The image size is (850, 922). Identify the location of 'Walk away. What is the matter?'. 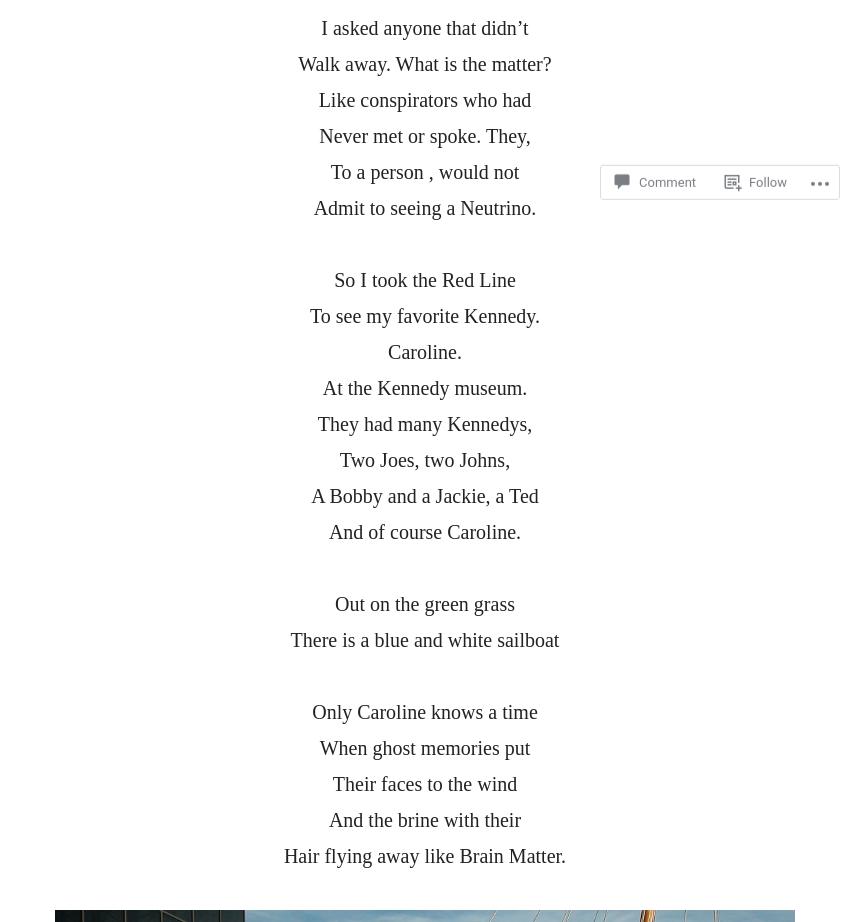
(424, 63).